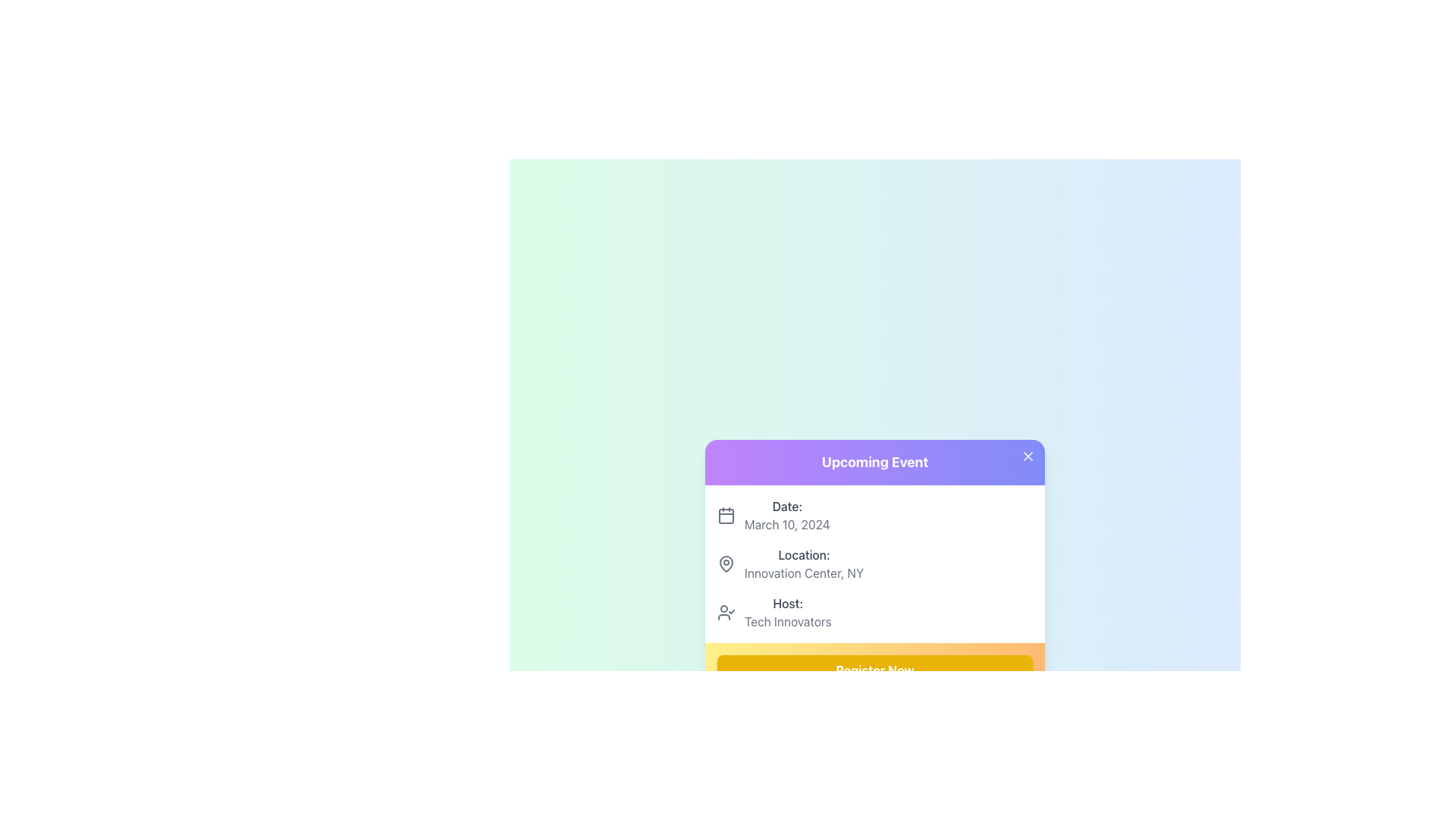 The image size is (1456, 819). Describe the element at coordinates (874, 669) in the screenshot. I see `the 'Register Now' button, which is a rectangular button with a gradient background transitioning from yellow to orange and contains centered white bold text. It has rounded corners and a shadow effect, located at the bottom of the 'Upcoming Event' section` at that location.